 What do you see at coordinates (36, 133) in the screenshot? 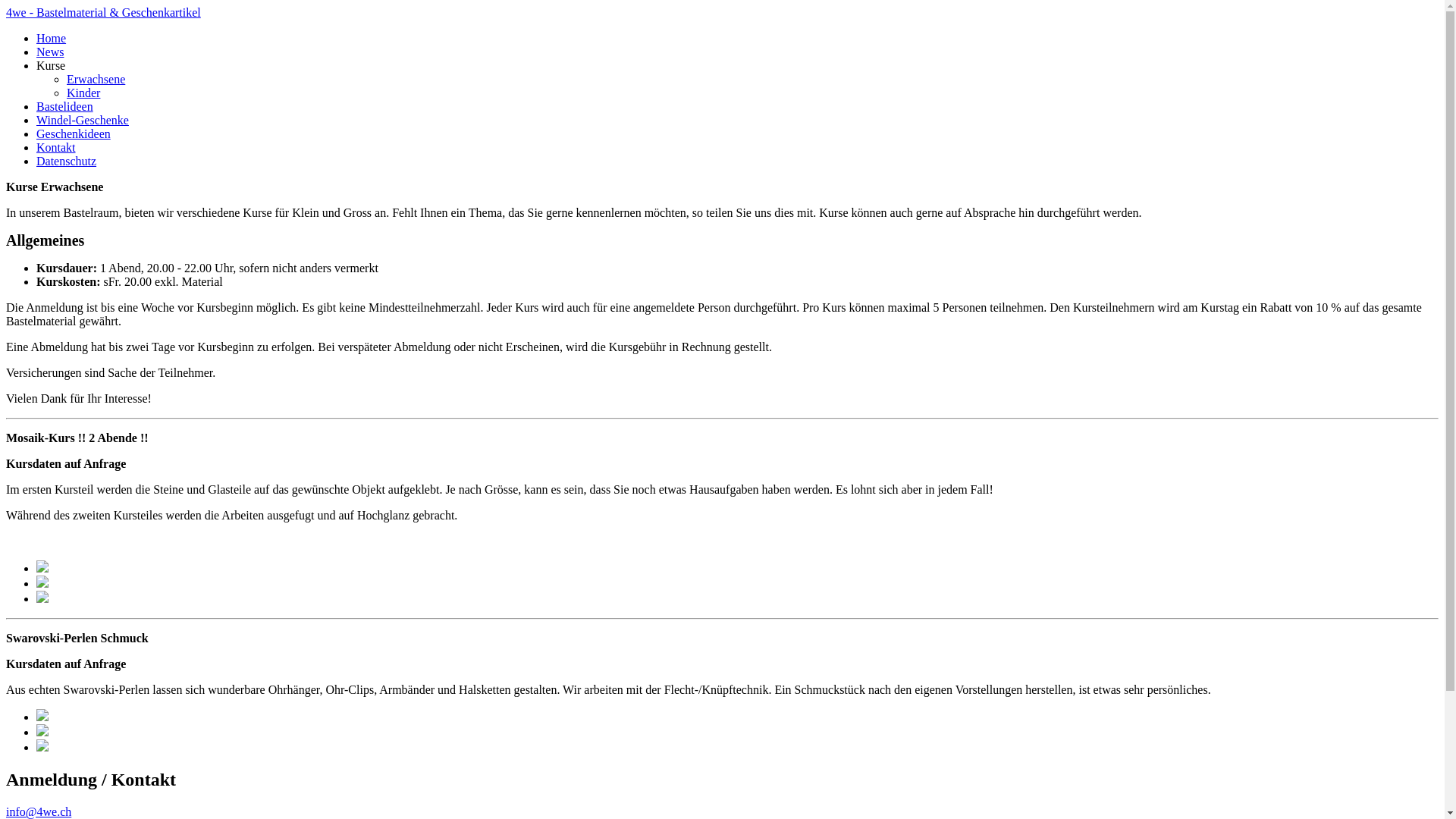
I see `'Geschenkideen'` at bounding box center [36, 133].